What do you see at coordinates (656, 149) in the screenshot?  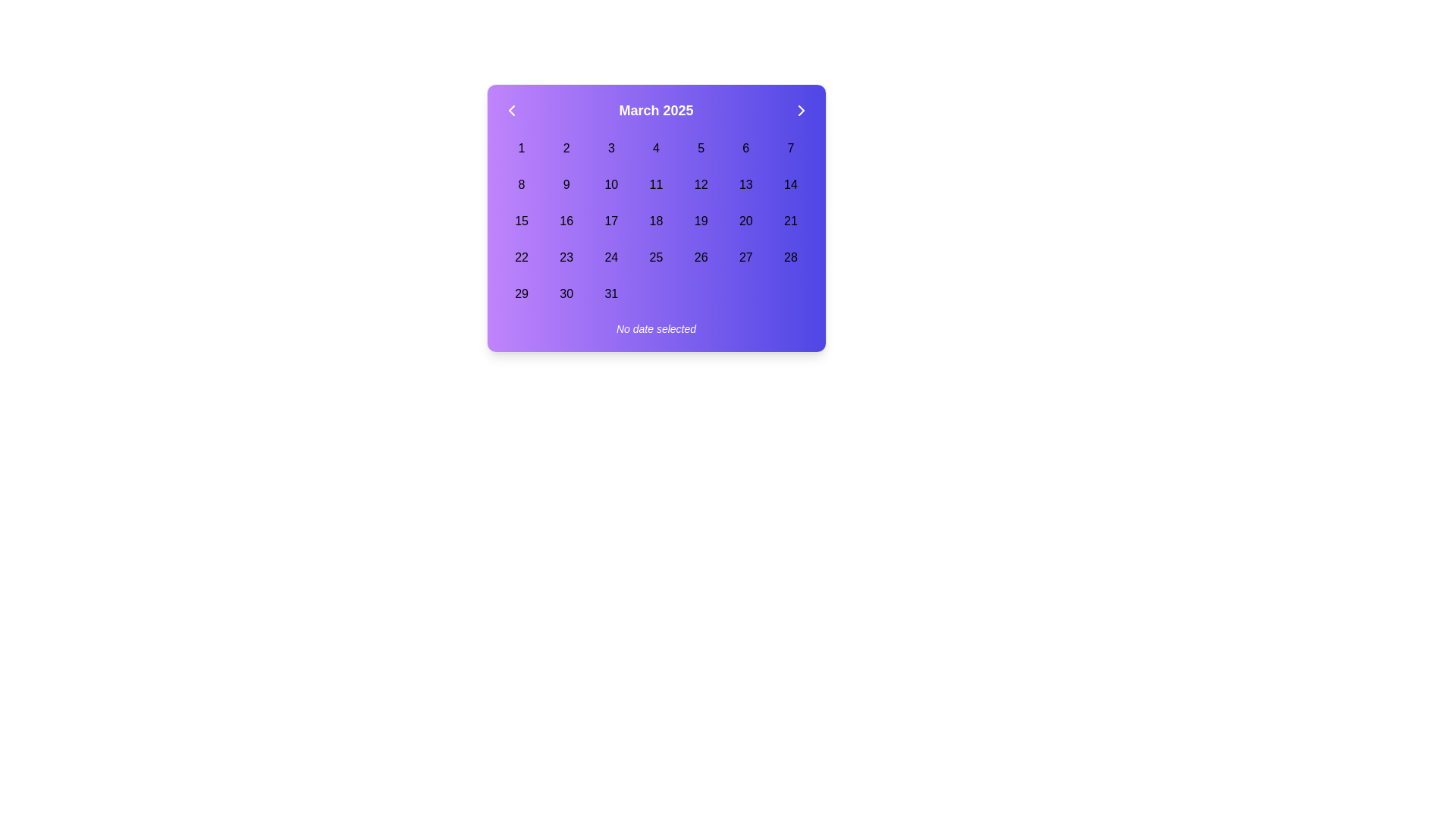 I see `the button representing the date '4' in the calendar interface` at bounding box center [656, 149].